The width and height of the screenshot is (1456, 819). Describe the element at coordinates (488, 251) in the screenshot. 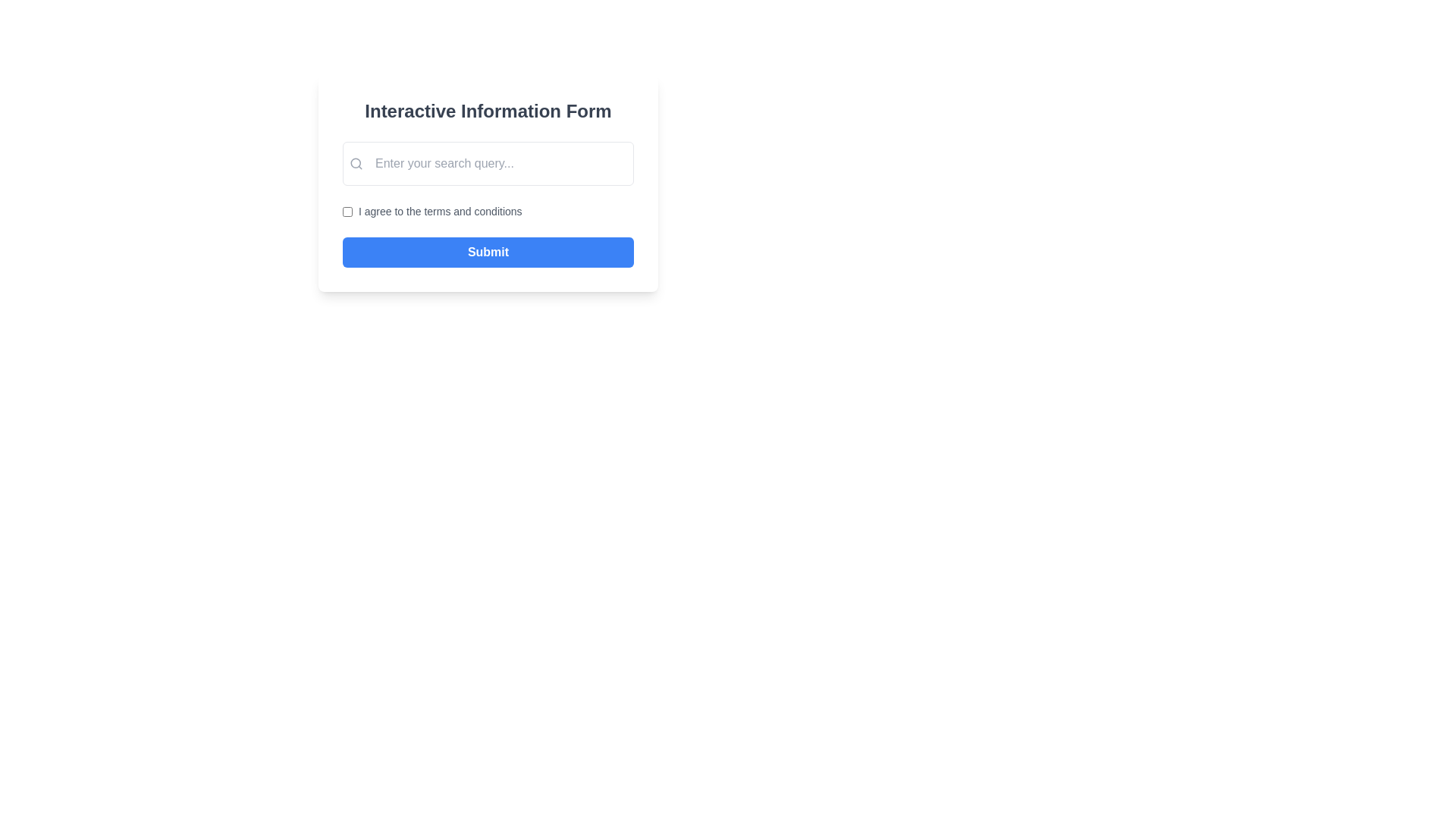

I see `the 'Submit' button, which is a rectangular button with a blue background and white text, located at the bottom of a form layout` at that location.